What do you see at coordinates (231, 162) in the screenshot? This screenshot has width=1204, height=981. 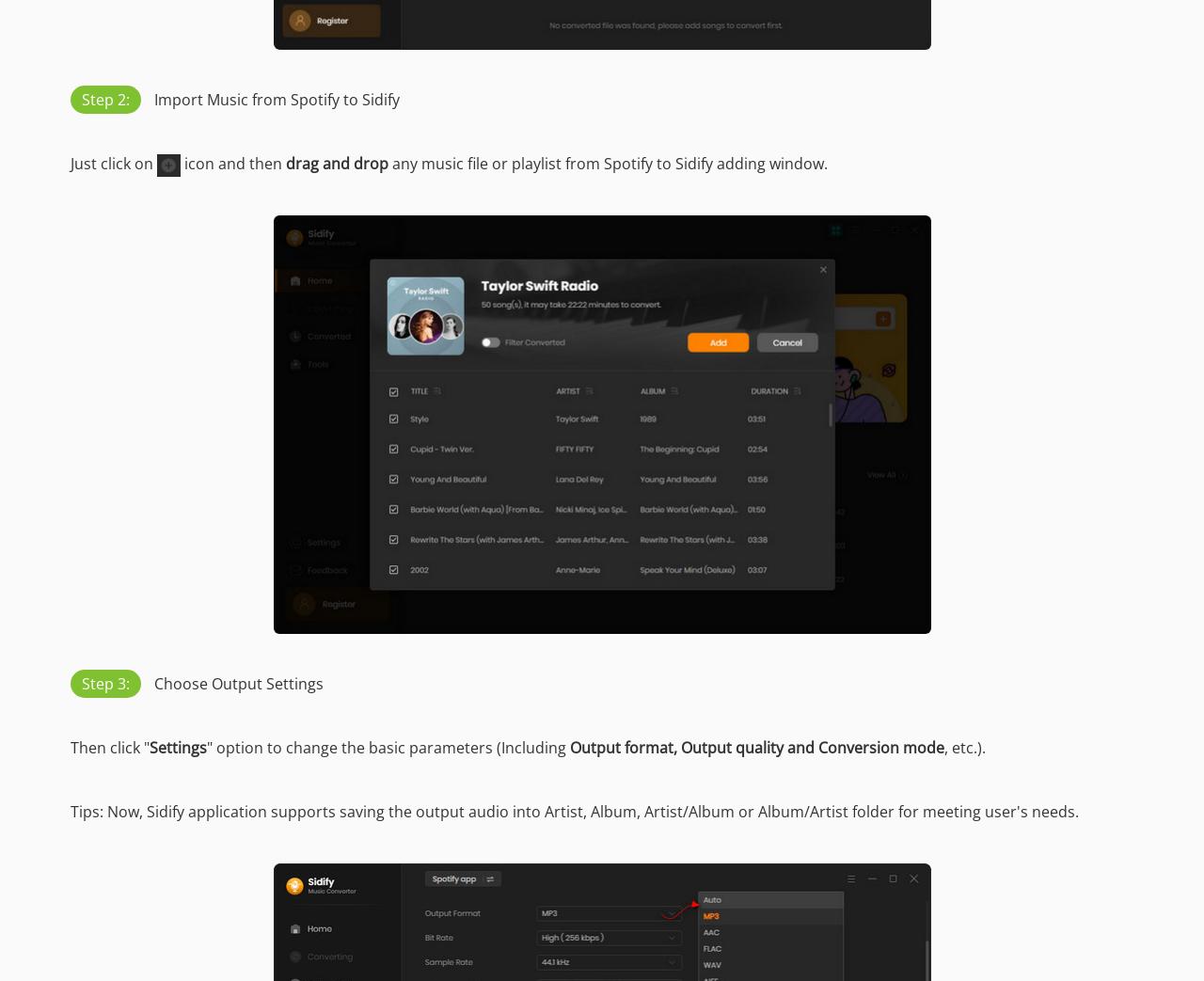 I see `'icon and then'` at bounding box center [231, 162].